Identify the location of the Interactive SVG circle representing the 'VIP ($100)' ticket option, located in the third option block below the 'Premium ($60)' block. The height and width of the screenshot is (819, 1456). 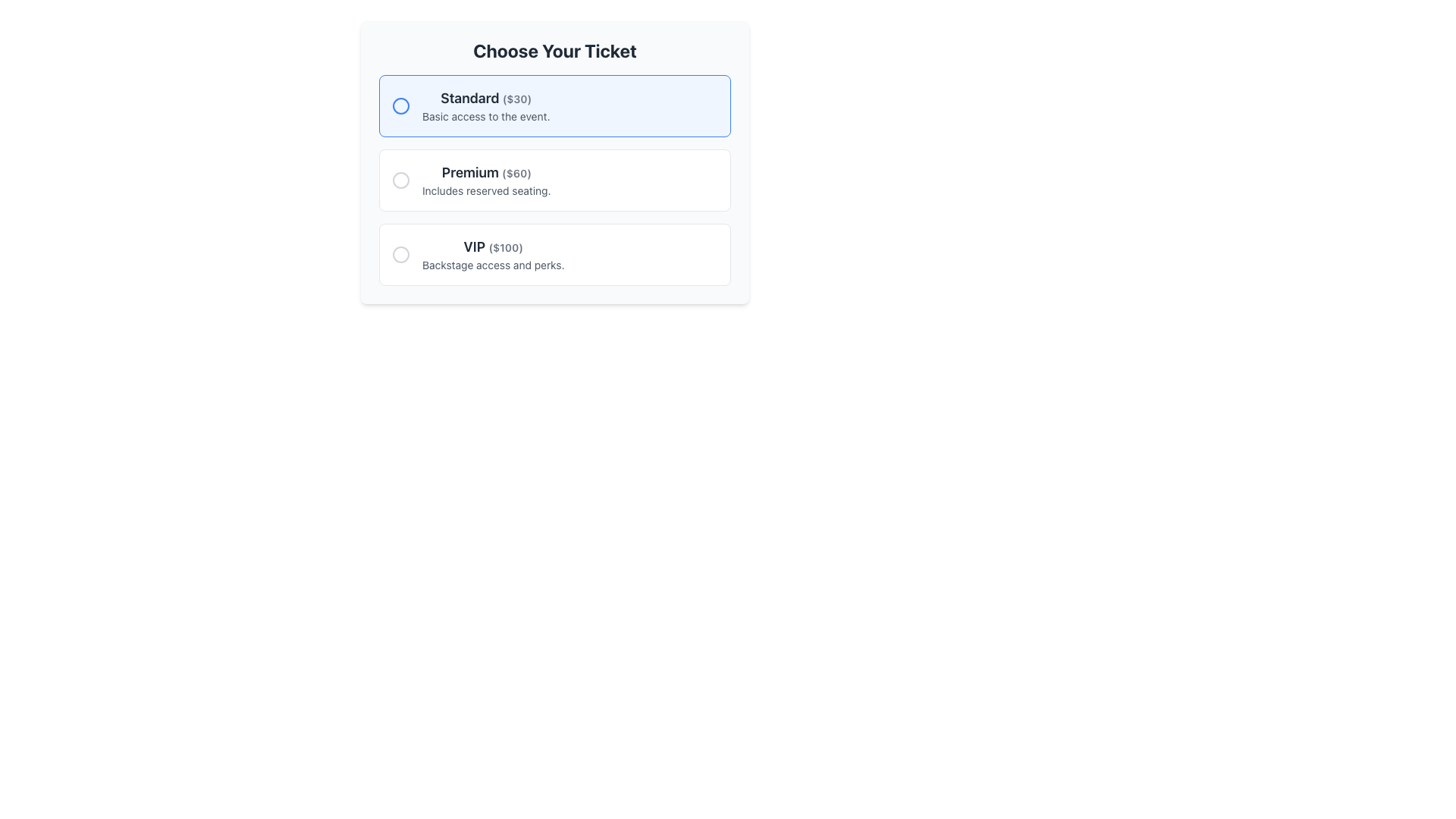
(400, 253).